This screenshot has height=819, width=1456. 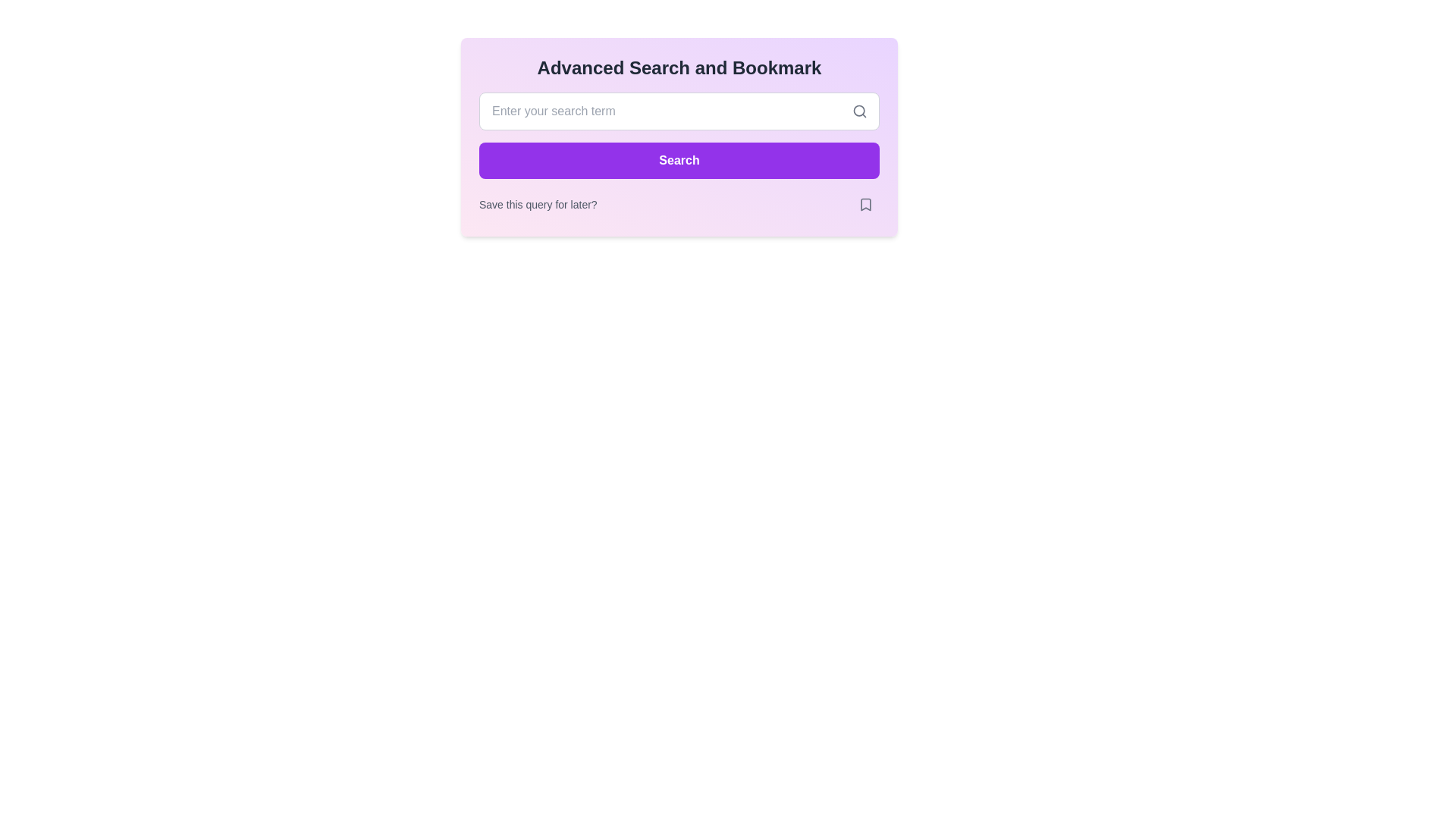 I want to click on the save button located on the far right side of the section containing the text 'Save this query for later?', so click(x=866, y=205).